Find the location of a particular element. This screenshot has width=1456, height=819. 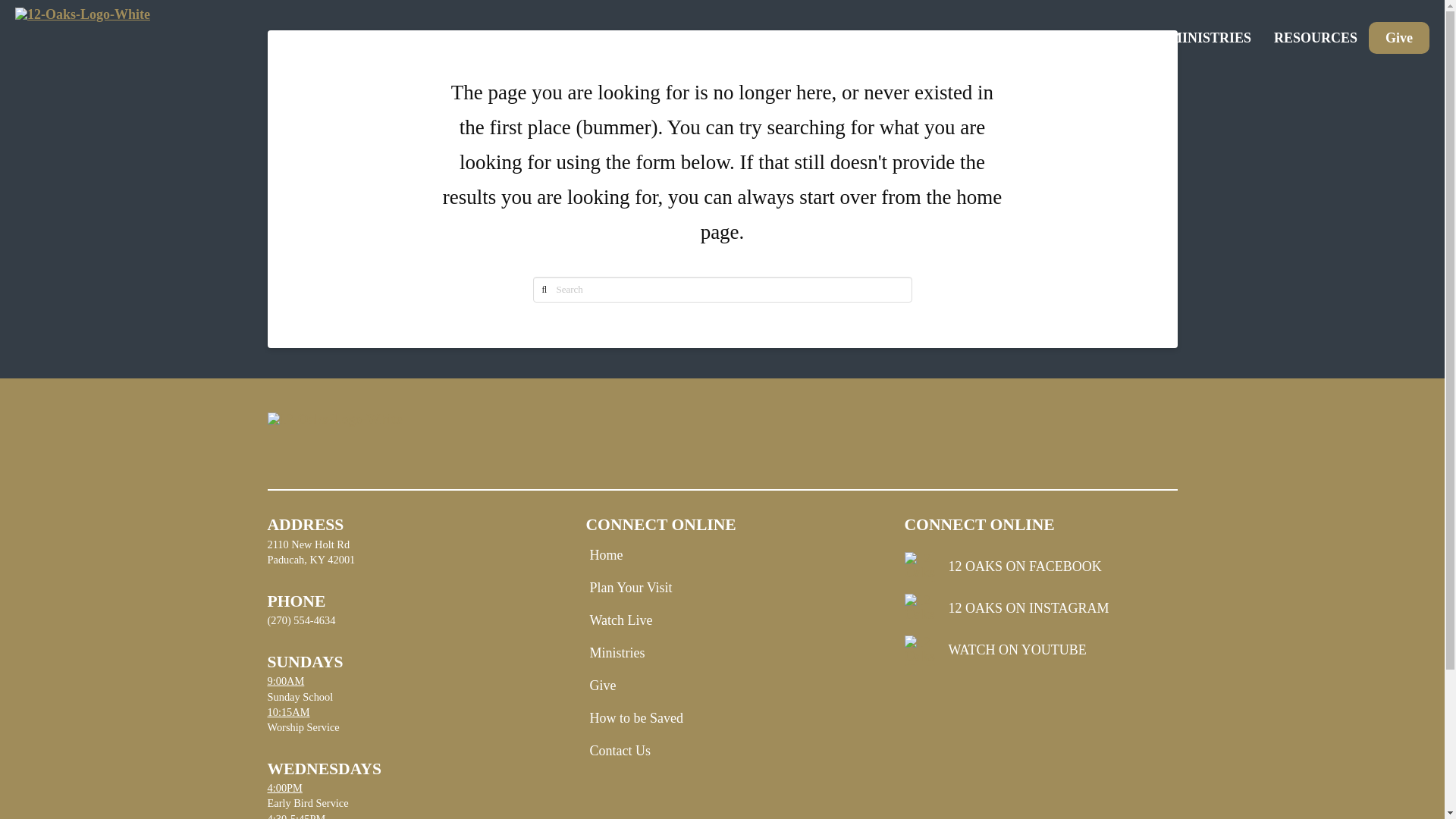

'How to be Saved' is located at coordinates (639, 717).